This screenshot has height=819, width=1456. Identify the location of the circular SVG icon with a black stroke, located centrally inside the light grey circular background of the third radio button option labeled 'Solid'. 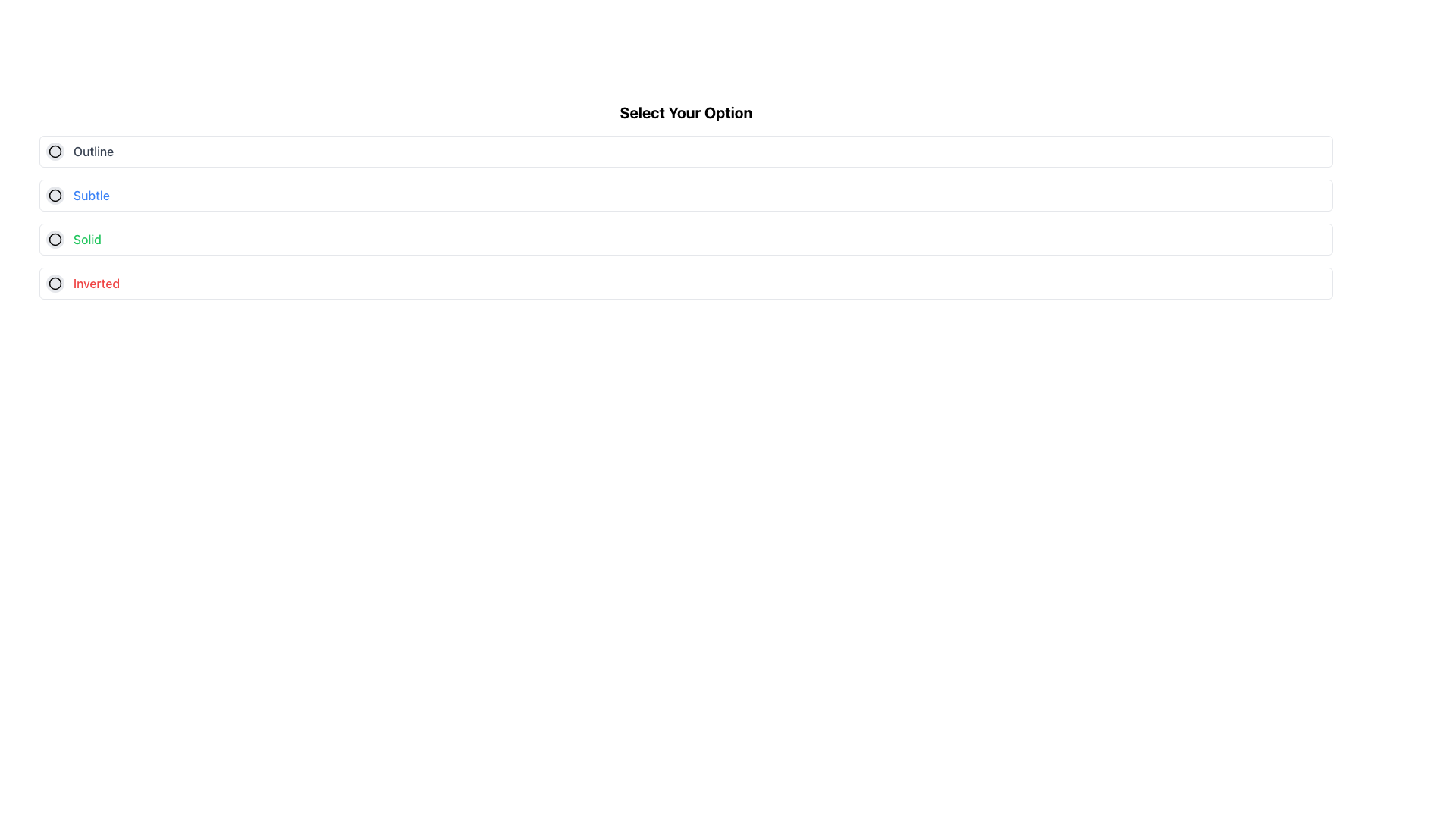
(55, 239).